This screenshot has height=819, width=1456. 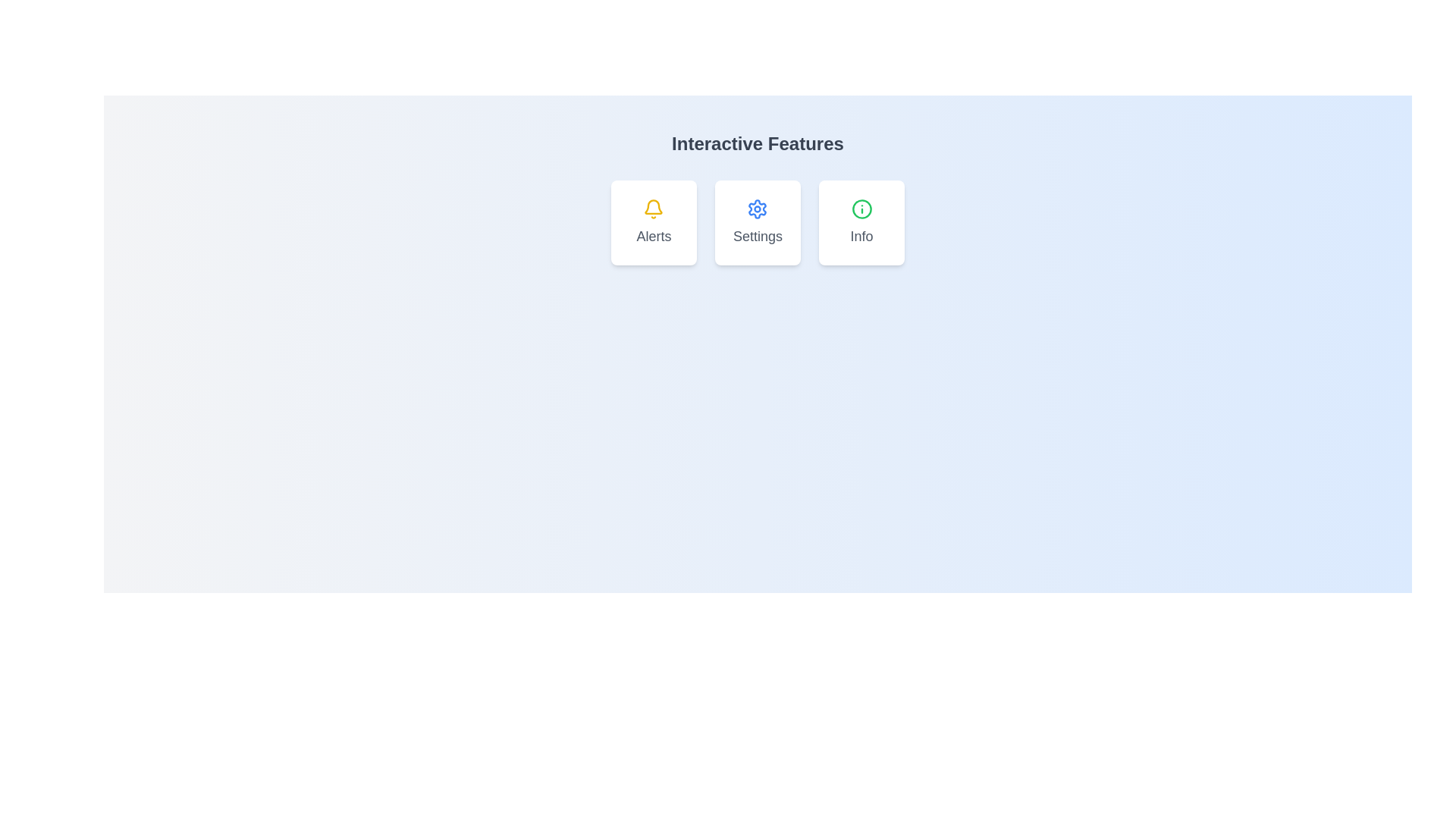 What do you see at coordinates (758, 143) in the screenshot?
I see `text from the Text Header that displays 'Interactive Features', which is styled in a large, bold, gray font and is positioned at the top center above the cards labeled Alerts, Settings, and Info` at bounding box center [758, 143].